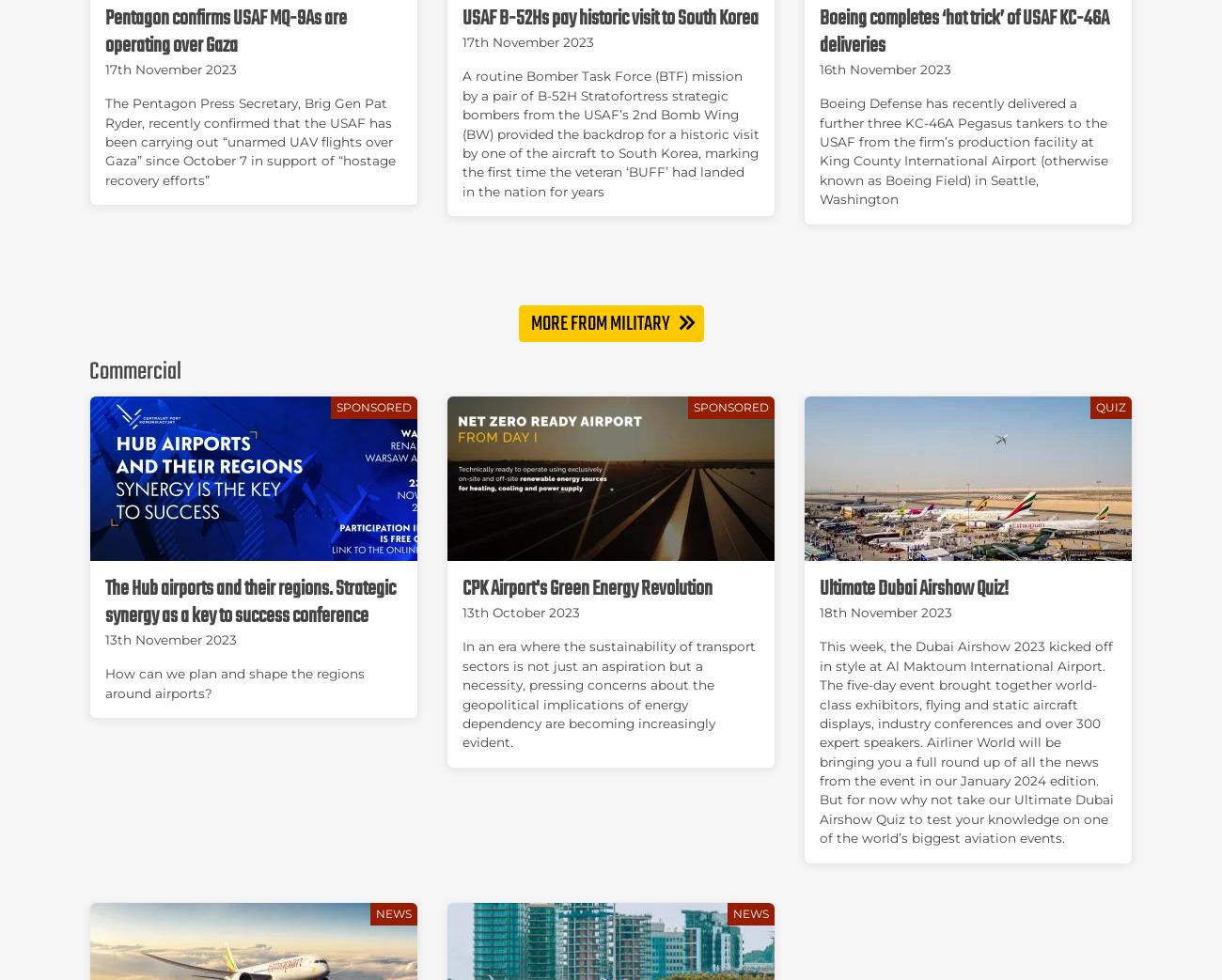  Describe the element at coordinates (608, 693) in the screenshot. I see `'In an era where the sustainability of transport sectors is not just an aspiration but a necessity, pressing concerns about the geopolitical implications of energy dependency are becoming increasingly evident.'` at that location.